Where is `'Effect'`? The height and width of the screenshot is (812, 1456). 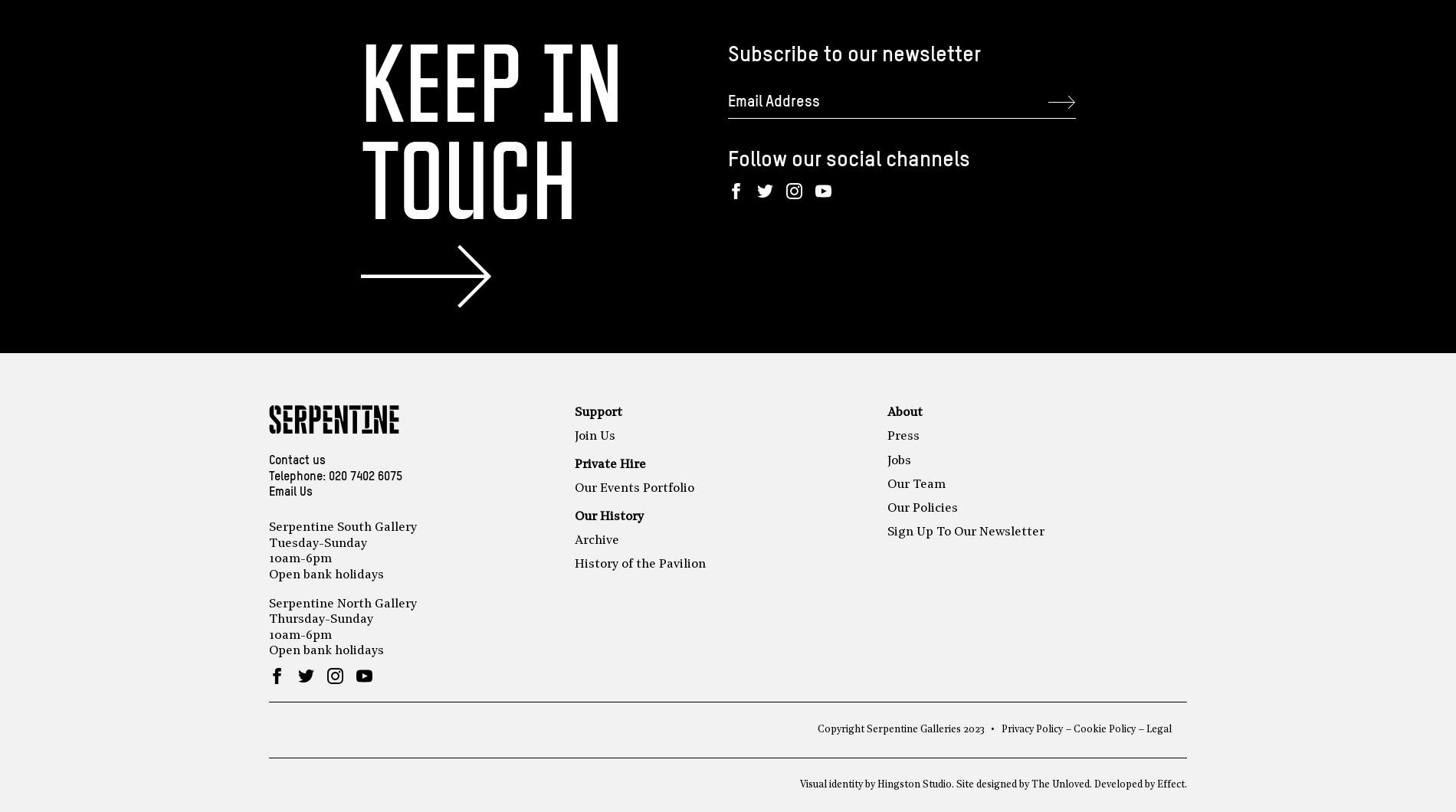 'Effect' is located at coordinates (1156, 784).